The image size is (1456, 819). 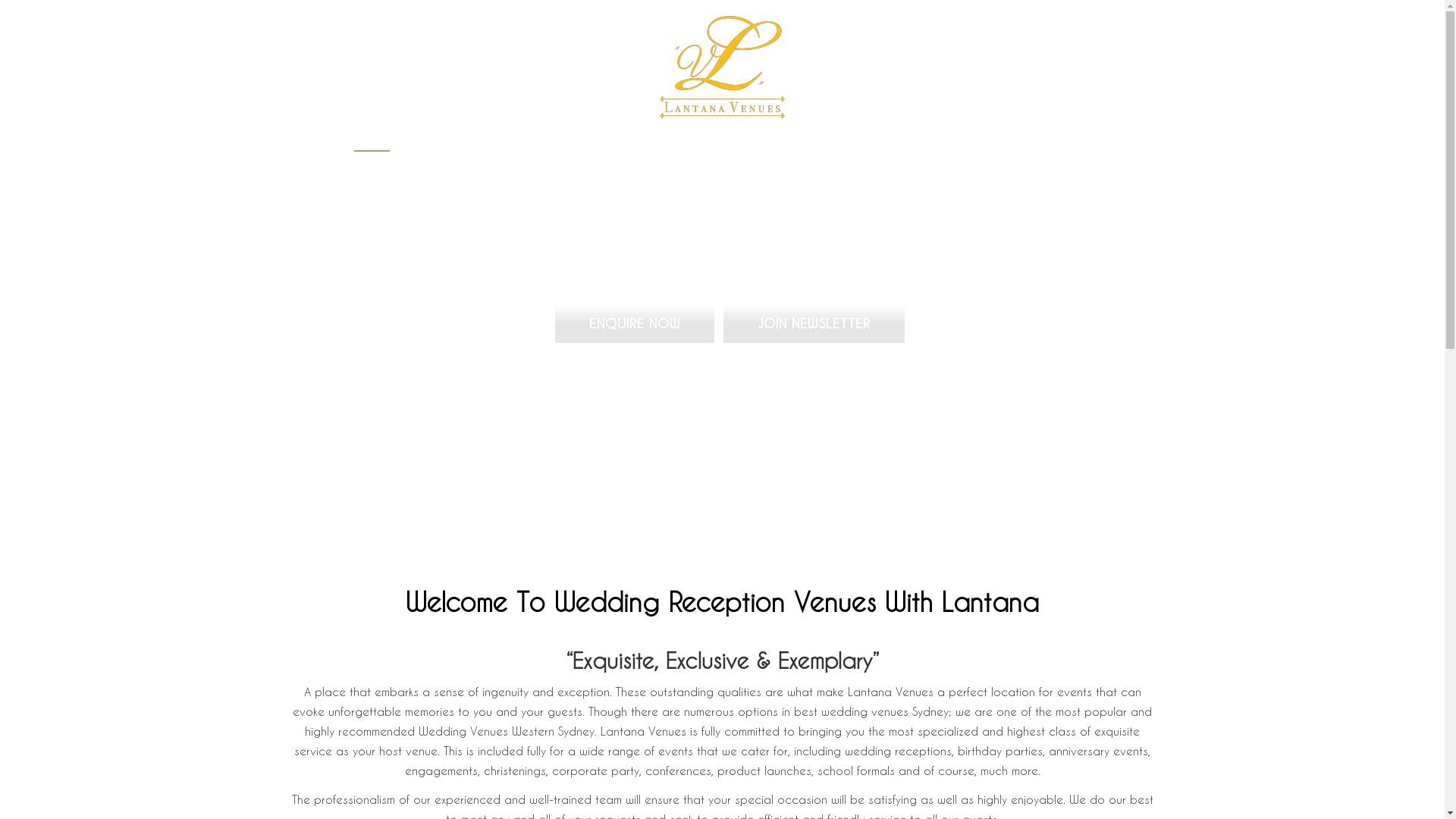 I want to click on 'OUR VENUES', so click(x=472, y=143).